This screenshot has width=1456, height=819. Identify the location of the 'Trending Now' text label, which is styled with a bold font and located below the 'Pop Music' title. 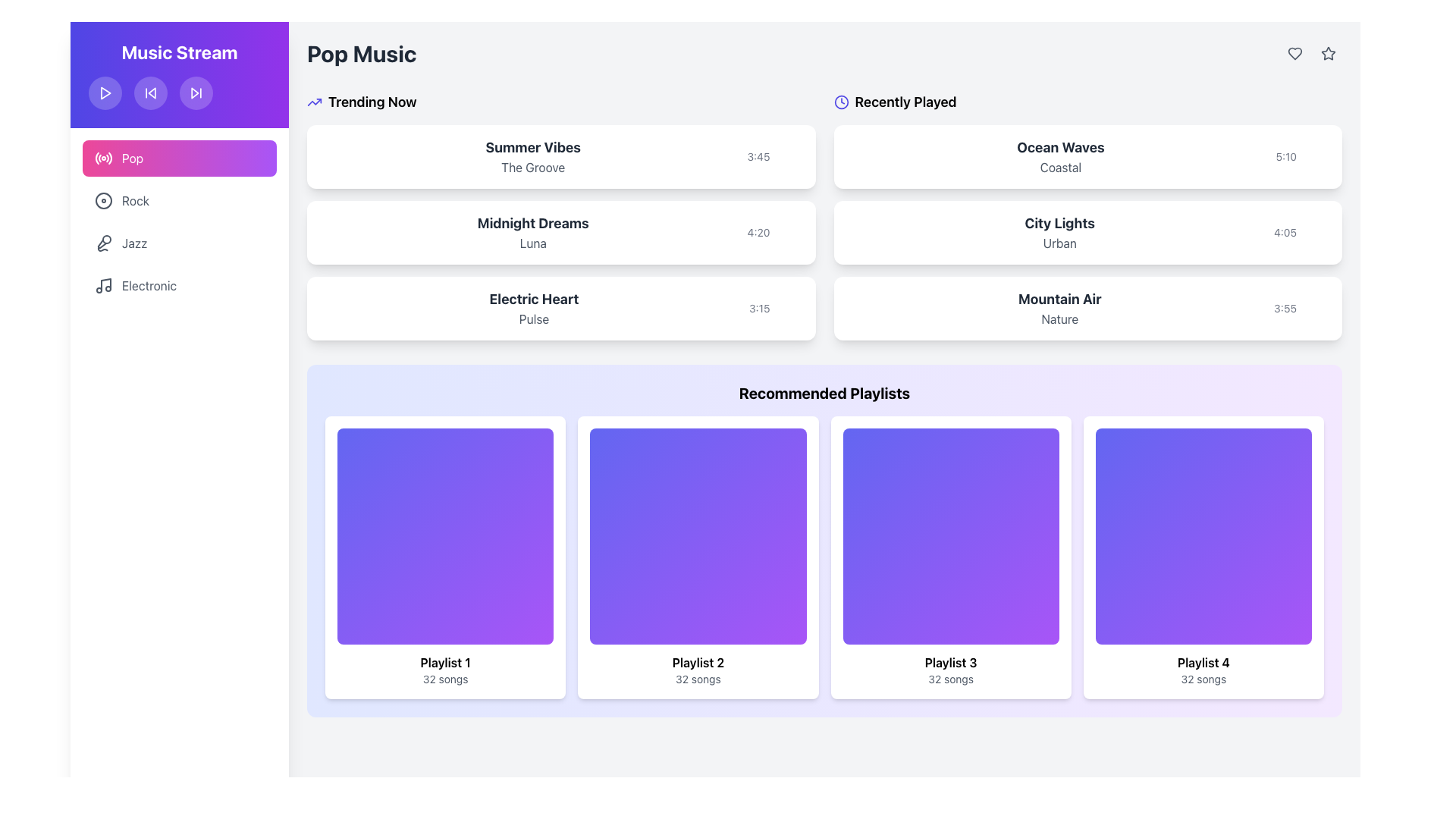
(372, 102).